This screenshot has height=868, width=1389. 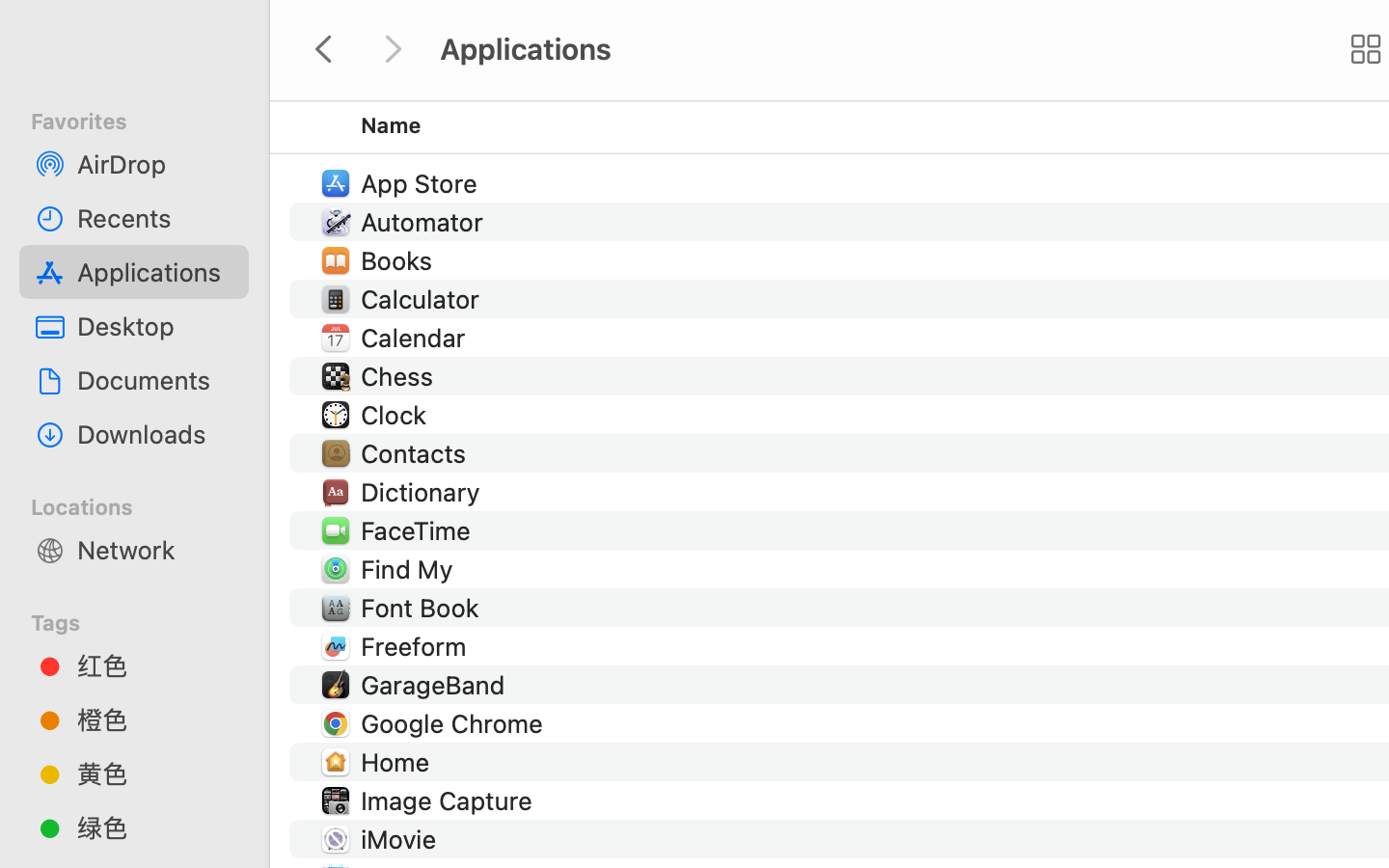 What do you see at coordinates (418, 338) in the screenshot?
I see `'Calendar'` at bounding box center [418, 338].